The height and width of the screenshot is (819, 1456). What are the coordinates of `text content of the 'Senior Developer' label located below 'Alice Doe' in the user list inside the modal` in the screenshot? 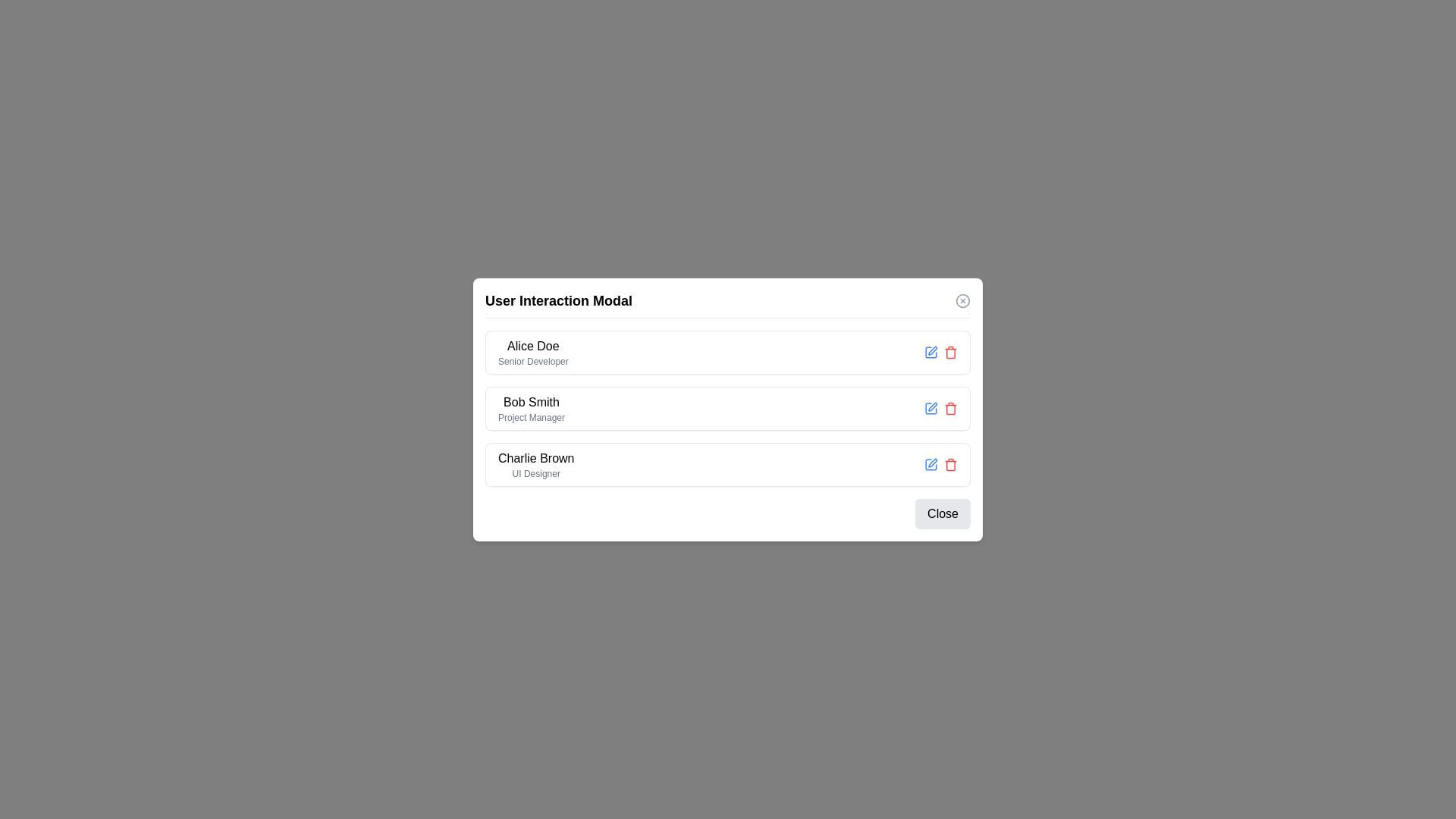 It's located at (533, 361).